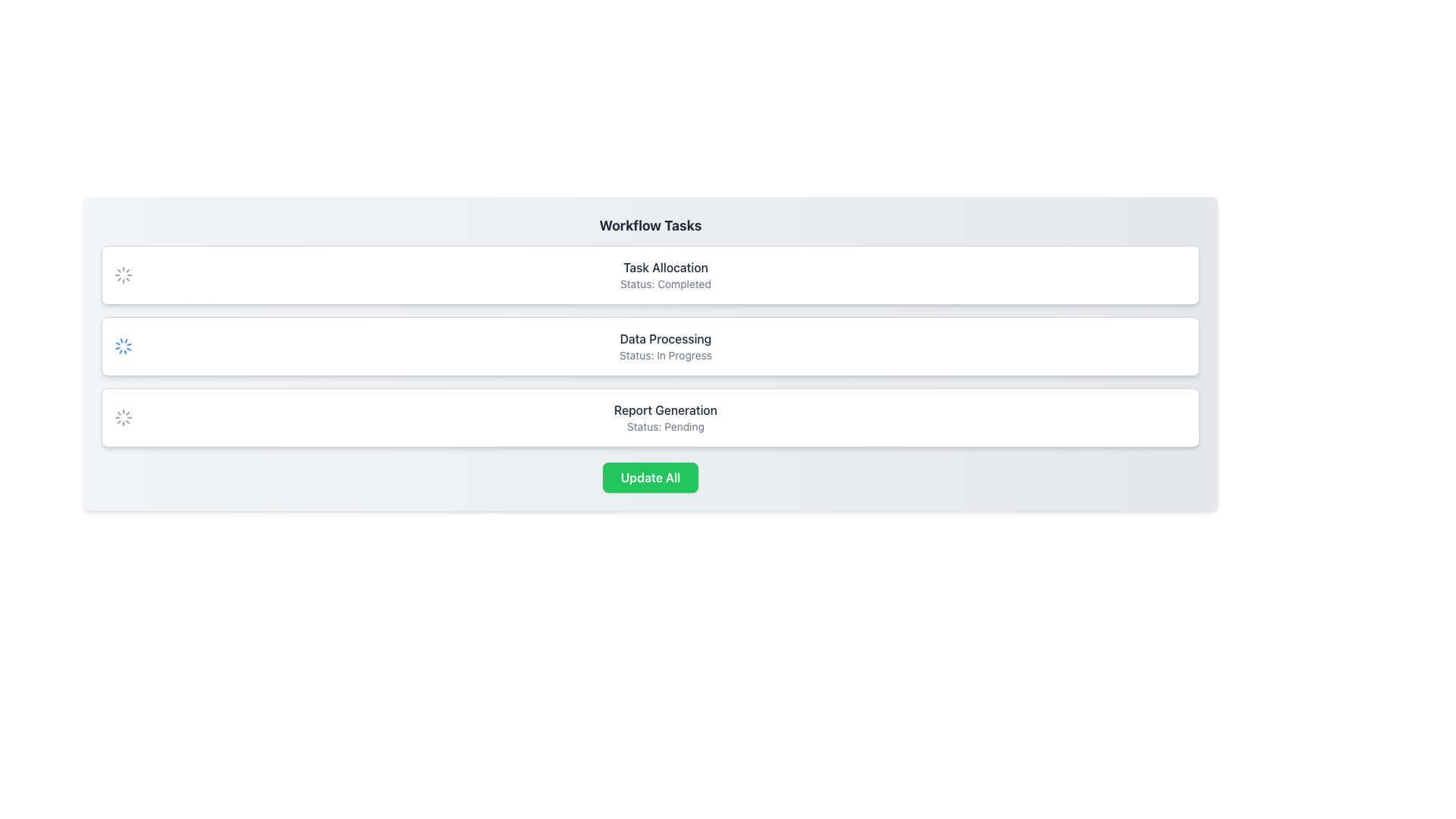 Image resolution: width=1456 pixels, height=819 pixels. I want to click on the static text label that reads 'Data Processing', so click(666, 338).